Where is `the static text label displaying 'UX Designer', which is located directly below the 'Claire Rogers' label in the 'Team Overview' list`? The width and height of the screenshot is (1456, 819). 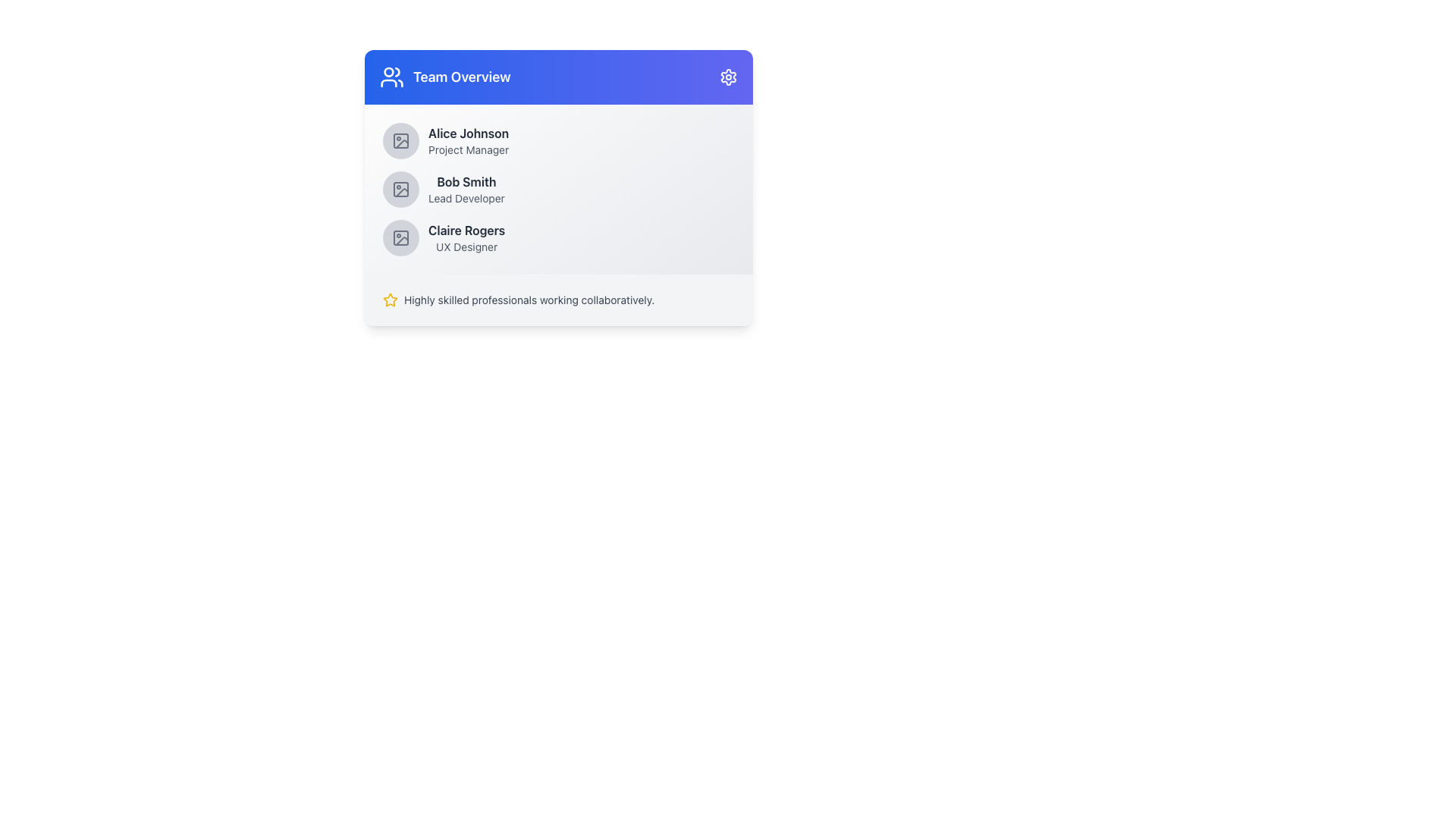
the static text label displaying 'UX Designer', which is located directly below the 'Claire Rogers' label in the 'Team Overview' list is located at coordinates (466, 246).